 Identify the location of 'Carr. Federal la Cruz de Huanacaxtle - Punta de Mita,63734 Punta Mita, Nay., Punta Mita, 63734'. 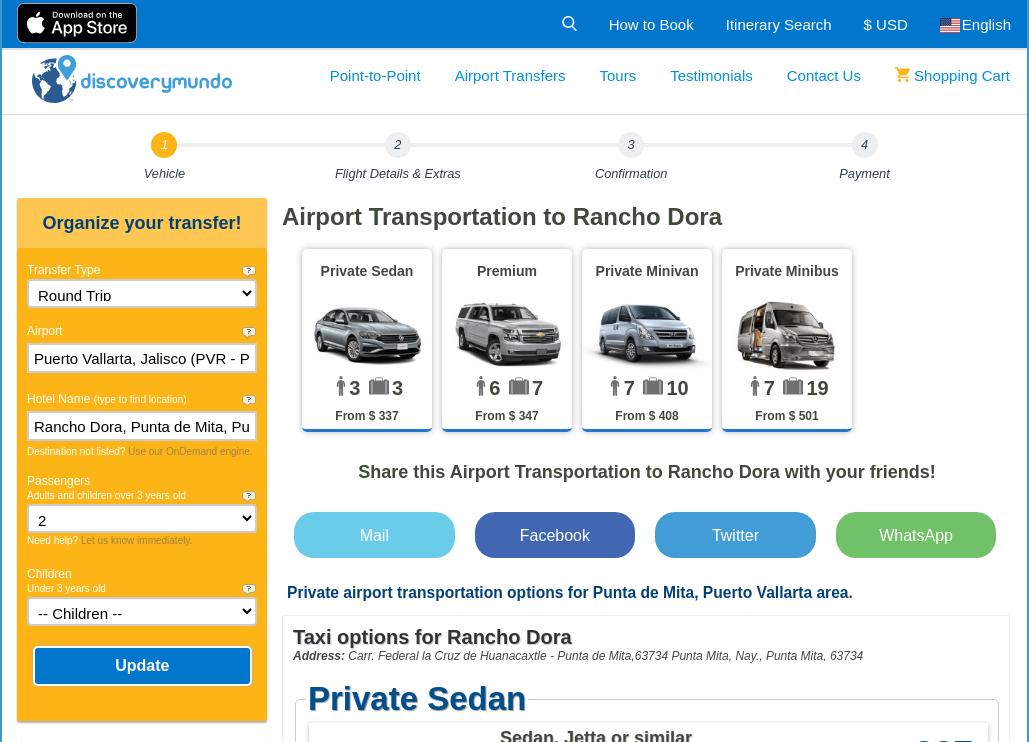
(604, 655).